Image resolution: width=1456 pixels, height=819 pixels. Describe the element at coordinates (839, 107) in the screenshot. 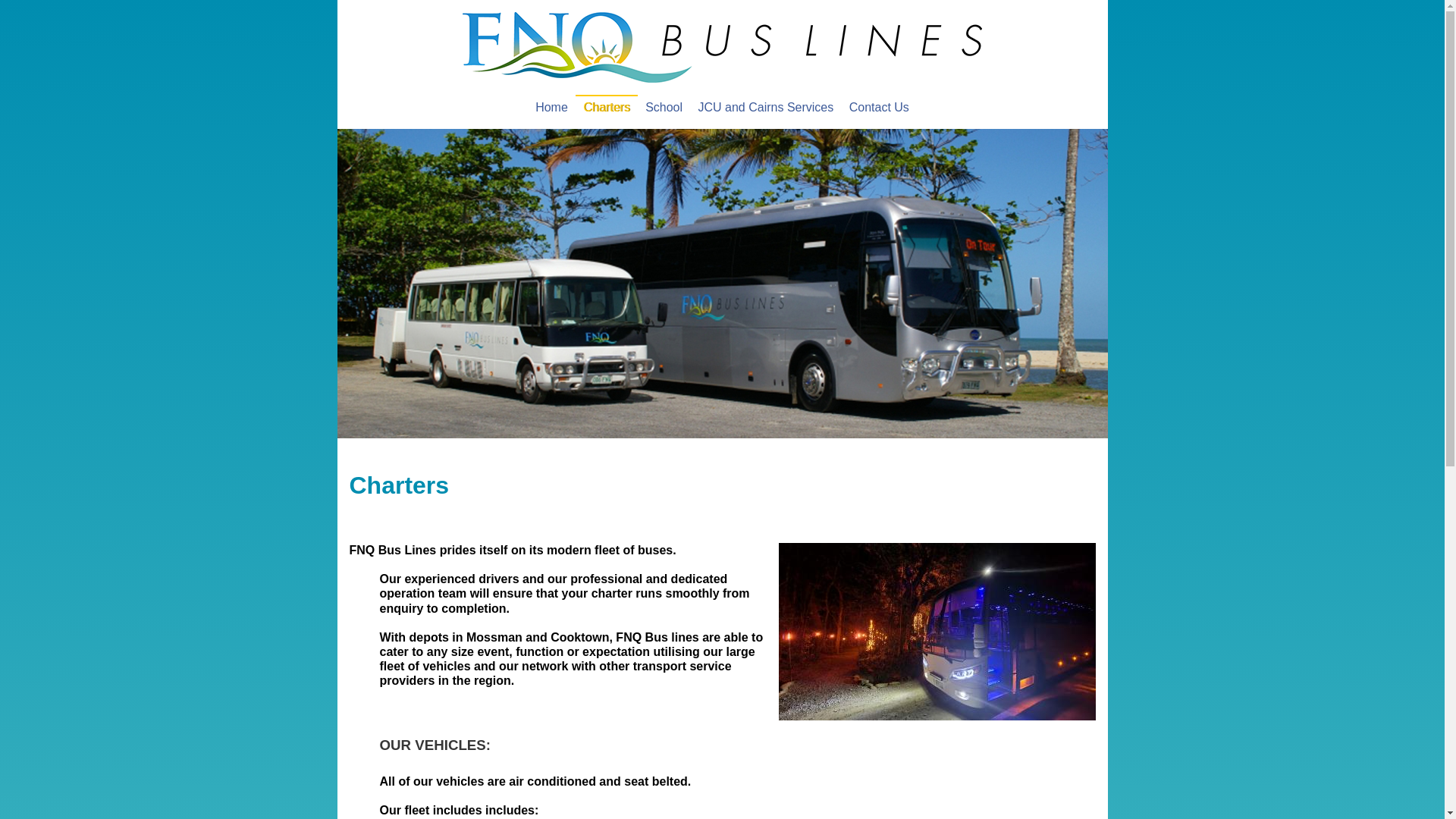

I see `'Contact Us'` at that location.